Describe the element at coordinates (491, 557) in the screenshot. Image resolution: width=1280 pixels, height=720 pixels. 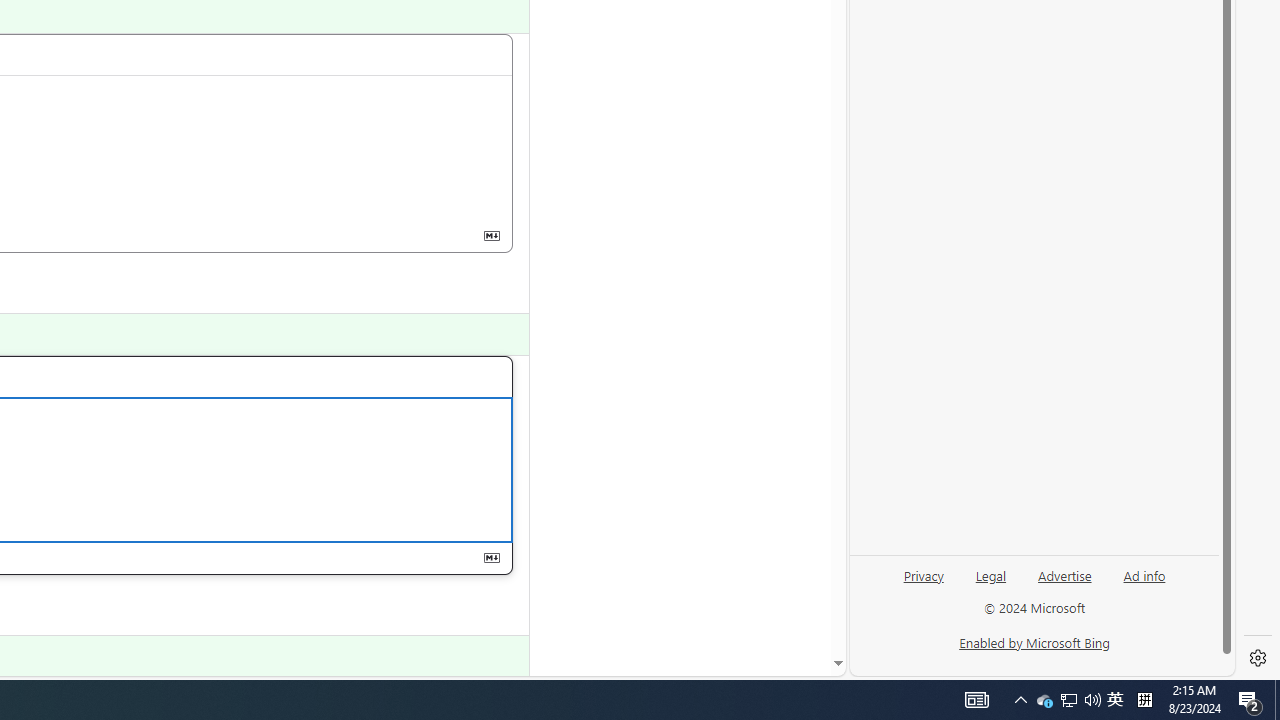
I see `'Class: s16 gl-icon gl-button-icon '` at that location.